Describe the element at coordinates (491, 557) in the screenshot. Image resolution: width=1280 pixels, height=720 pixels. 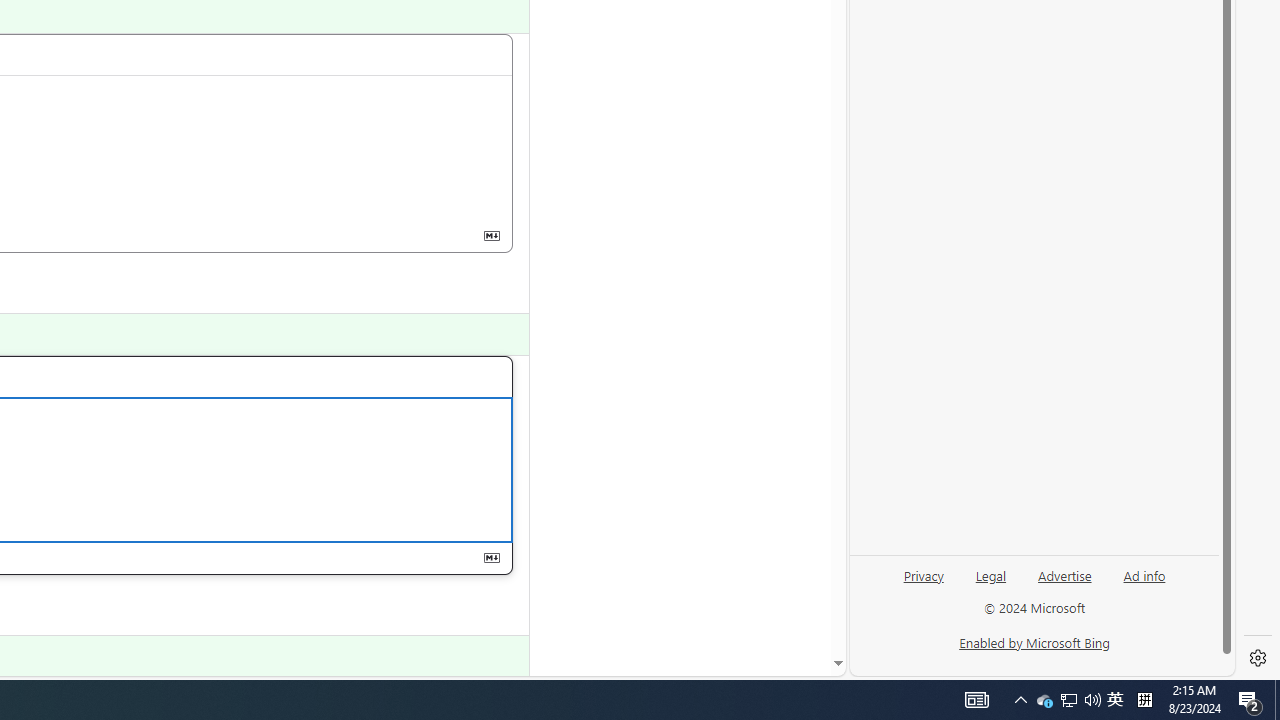
I see `'Class: s16 gl-icon gl-button-icon '` at that location.